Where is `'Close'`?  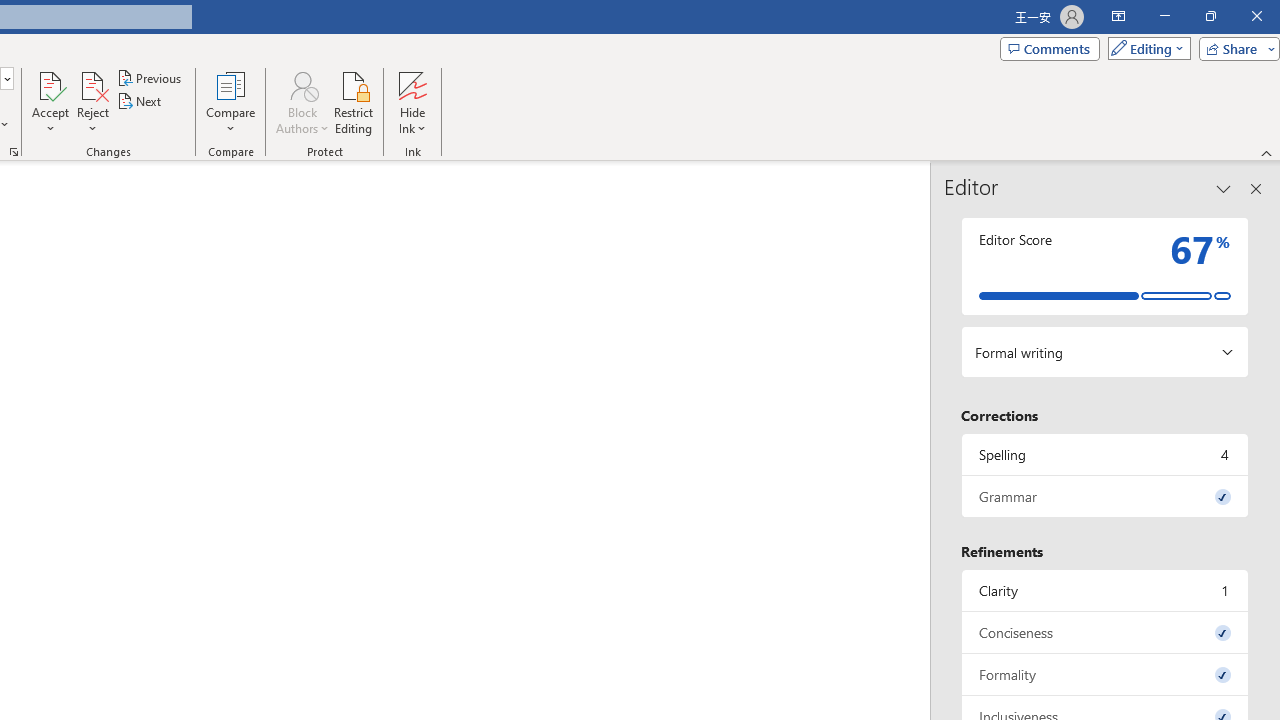
'Close' is located at coordinates (1255, 16).